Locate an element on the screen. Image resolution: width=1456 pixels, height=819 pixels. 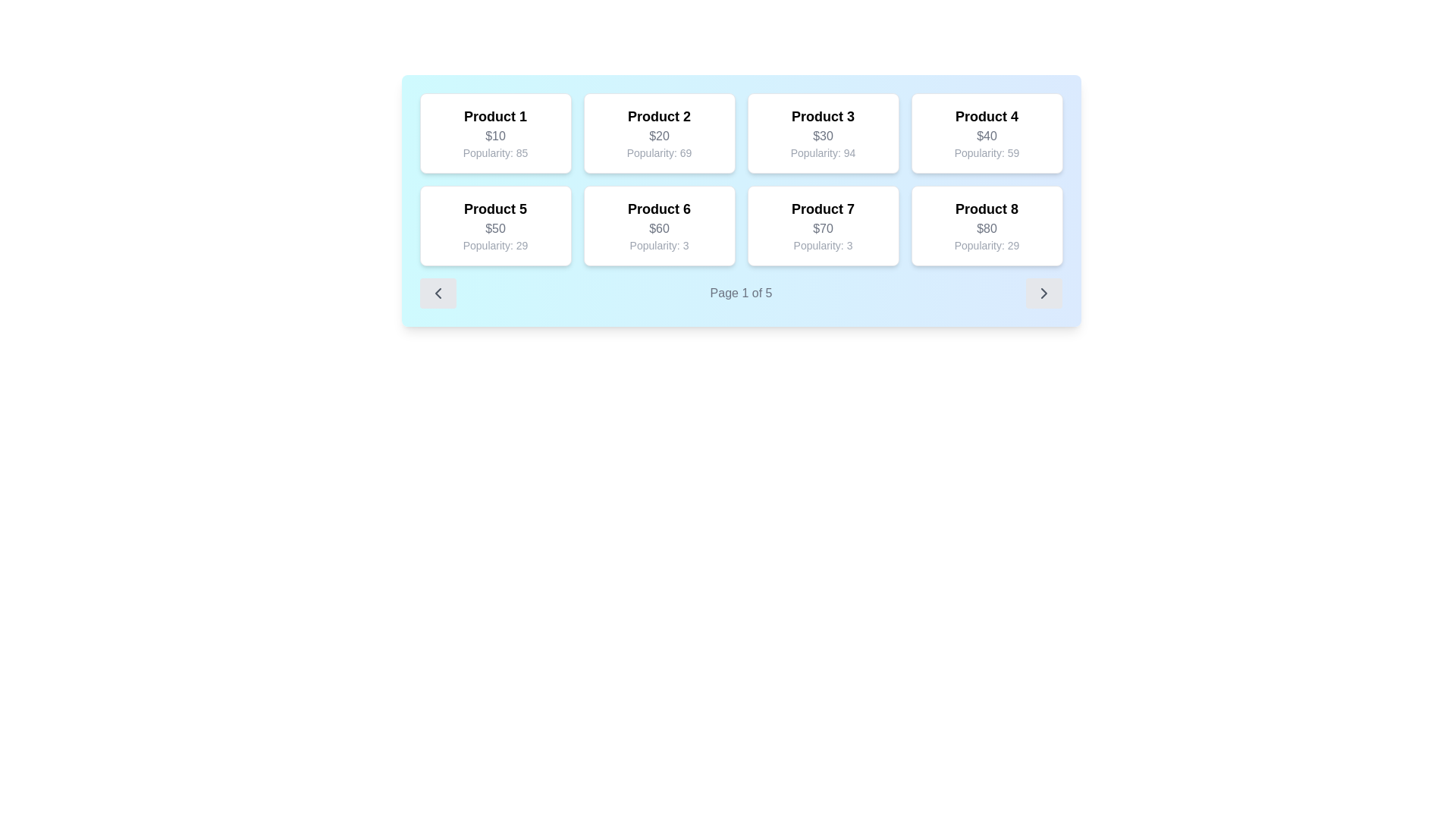
the informational product card located in the third position of the top row, which provides an overview of the product's title, price, and popularity is located at coordinates (822, 133).